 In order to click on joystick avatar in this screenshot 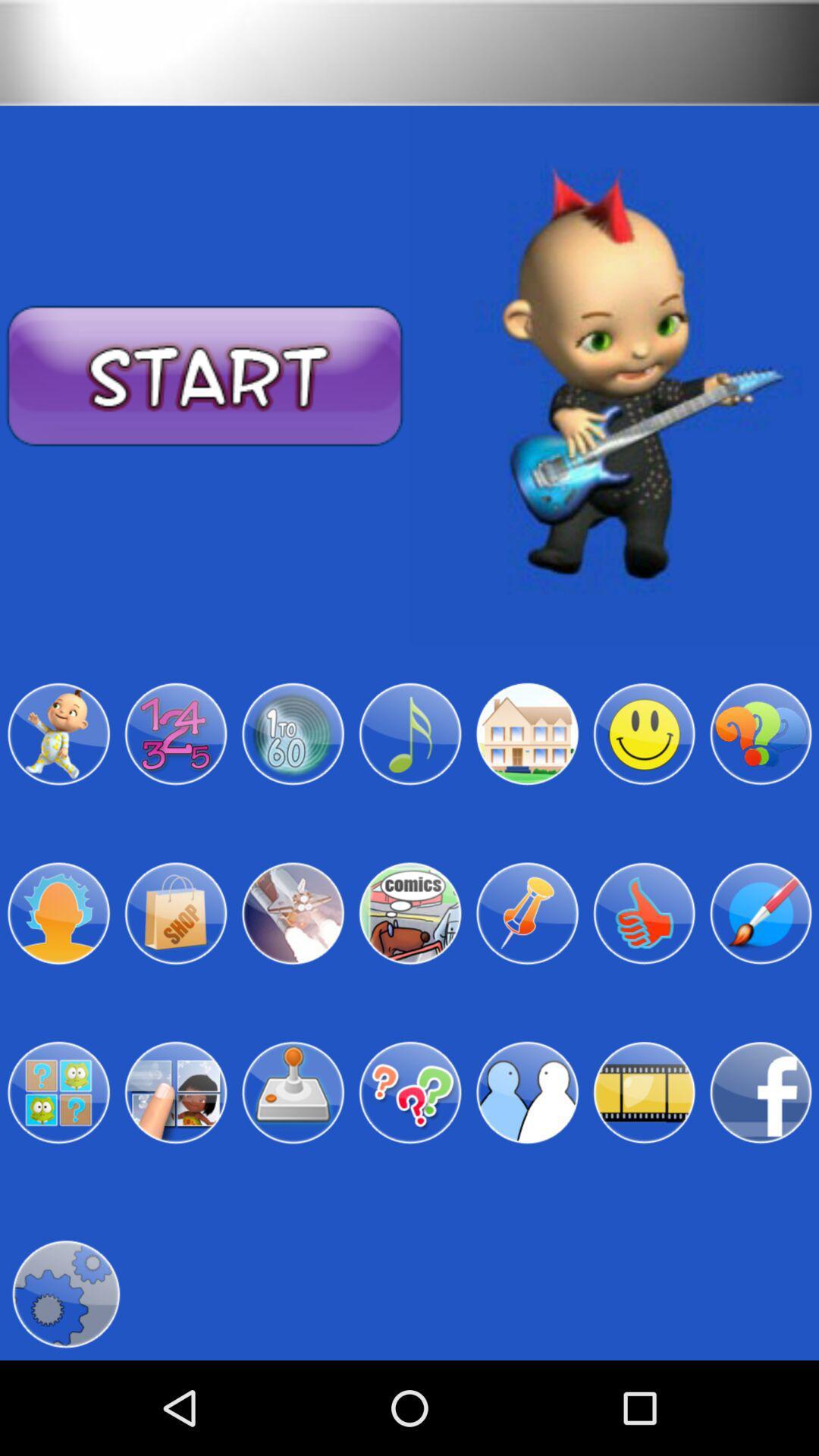, I will do `click(293, 1093)`.